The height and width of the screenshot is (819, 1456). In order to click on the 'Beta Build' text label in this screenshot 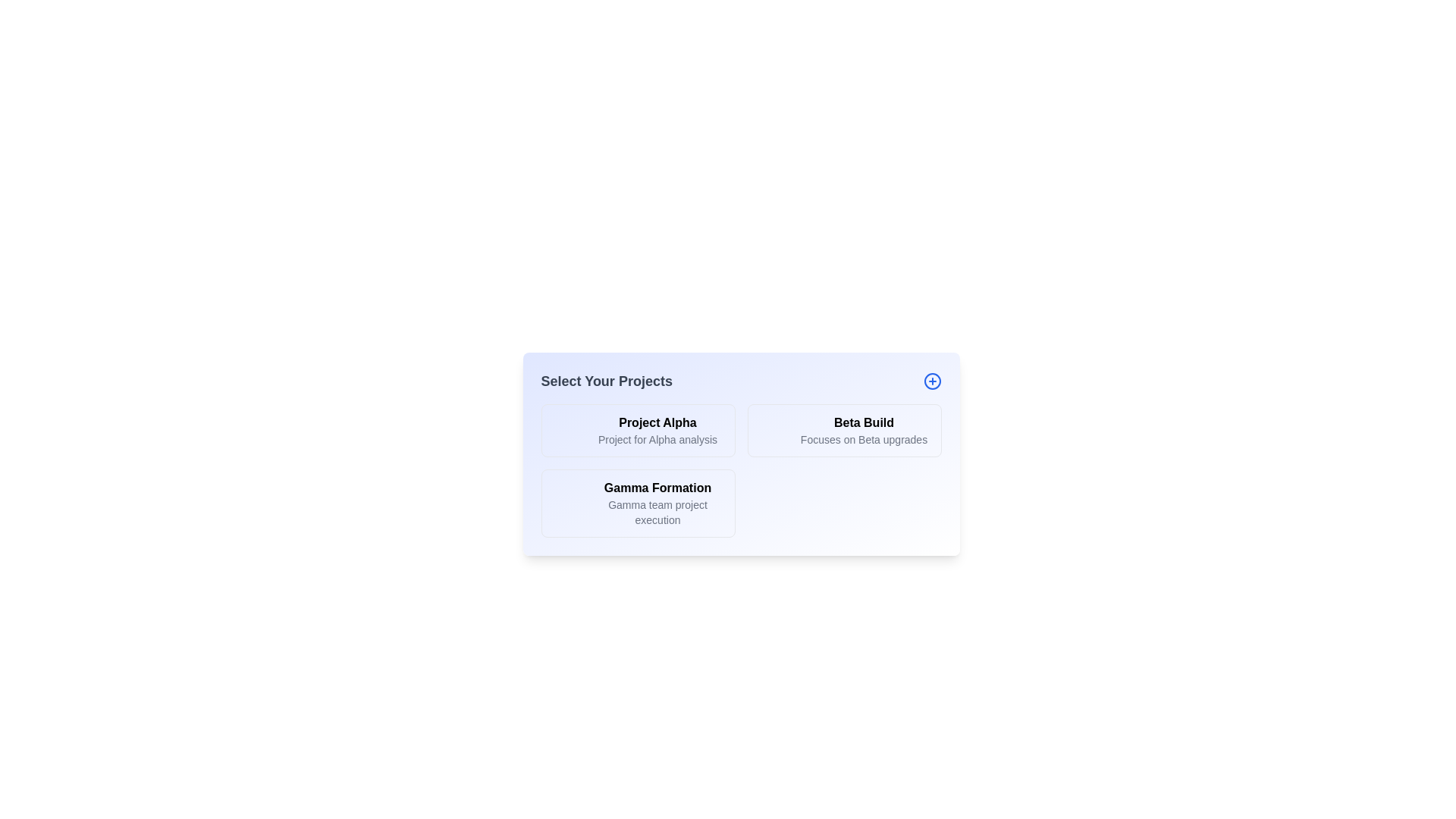, I will do `click(864, 423)`.